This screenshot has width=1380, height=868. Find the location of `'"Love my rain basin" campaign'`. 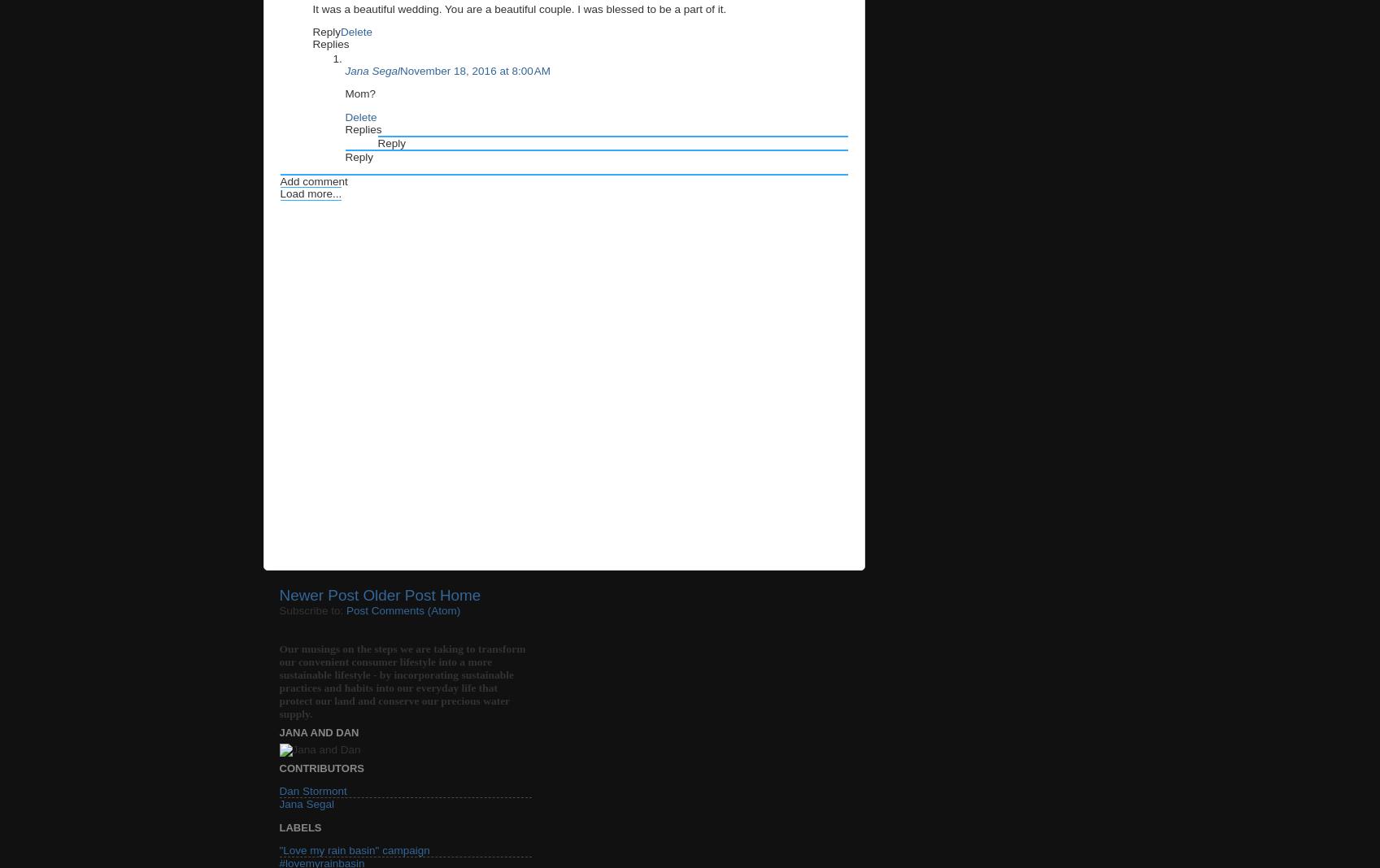

'"Love my rain basin" campaign' is located at coordinates (353, 850).